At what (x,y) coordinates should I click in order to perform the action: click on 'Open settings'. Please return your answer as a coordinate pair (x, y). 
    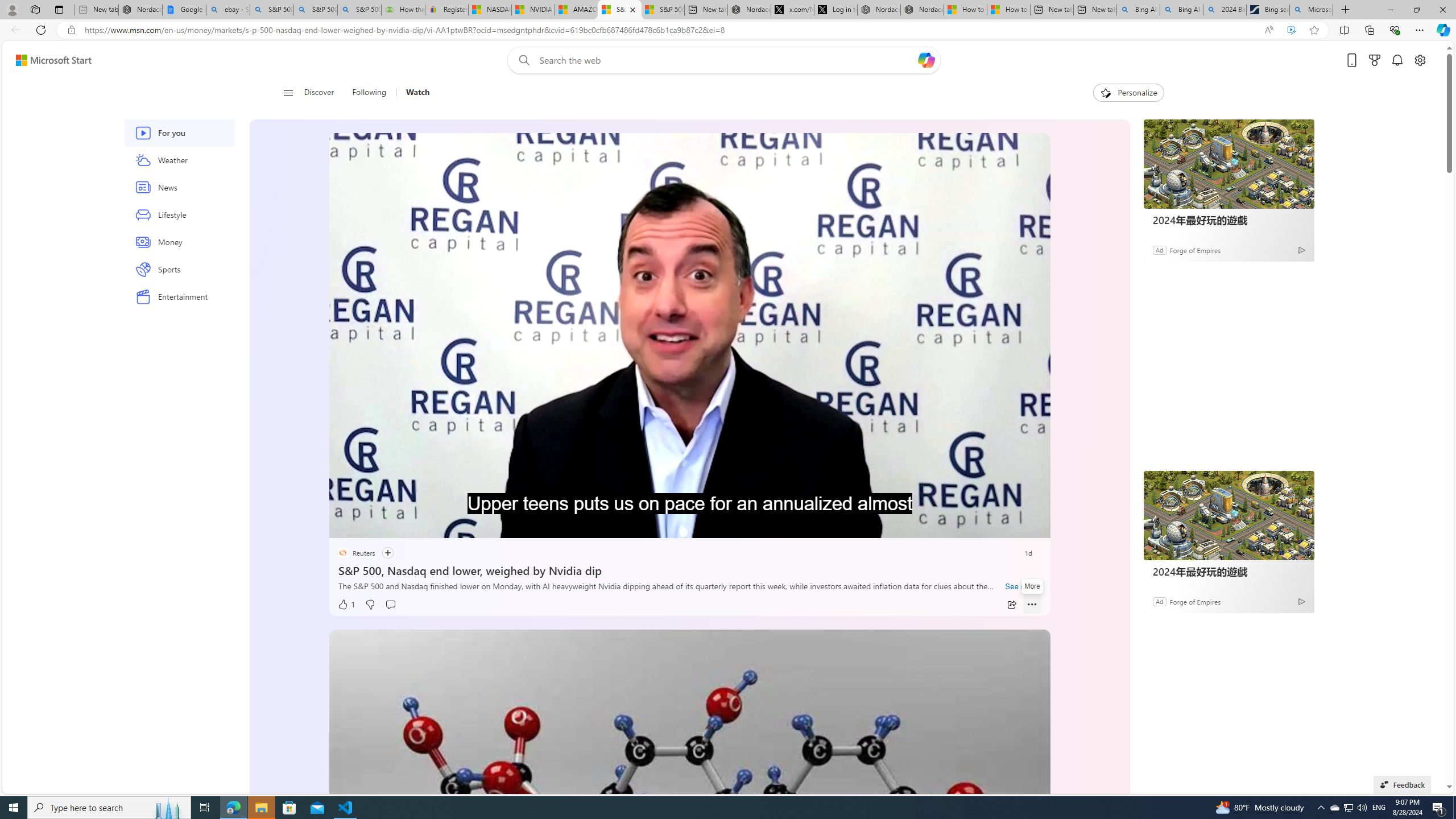
    Looking at the image, I should click on (1420, 60).